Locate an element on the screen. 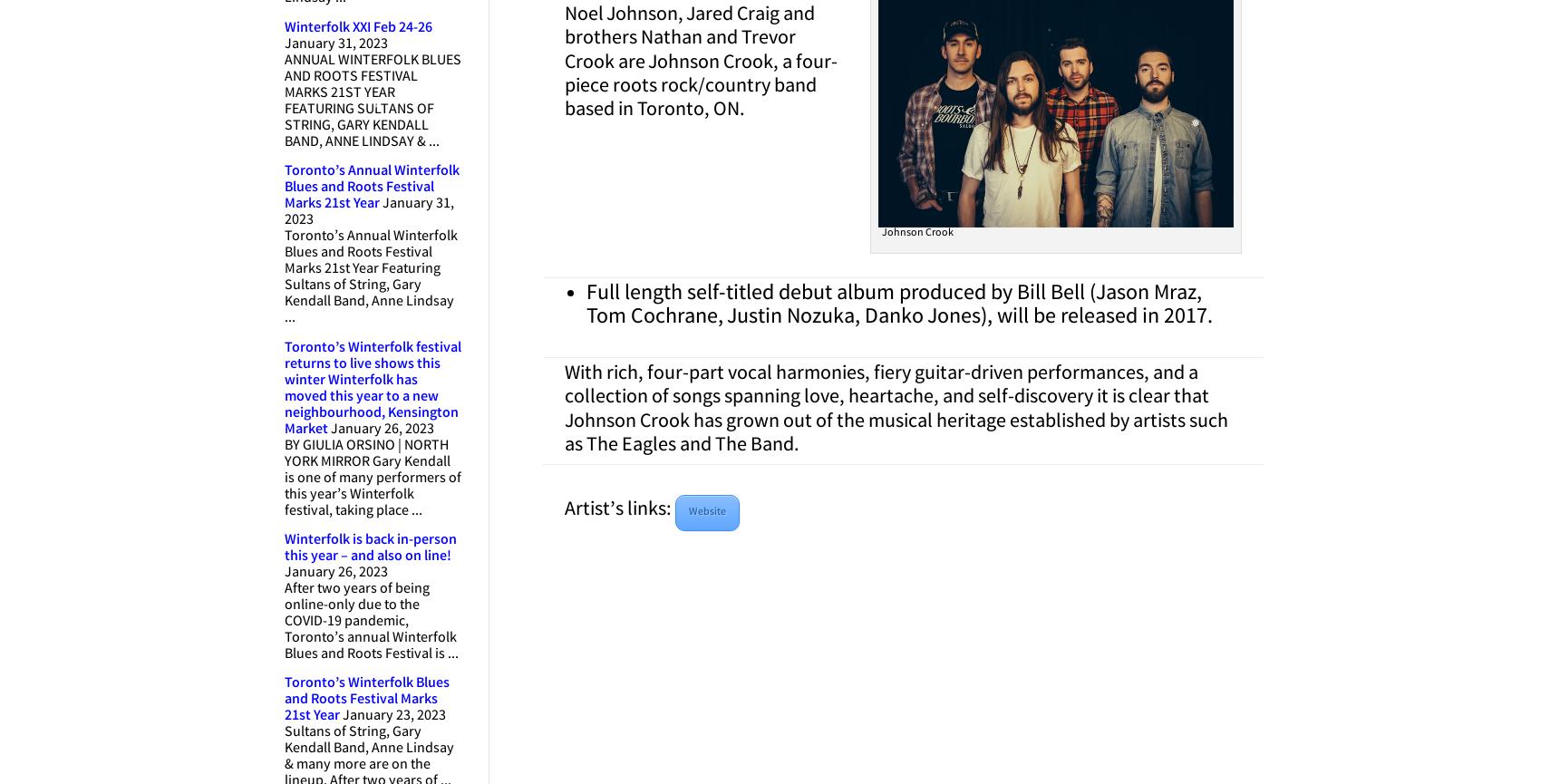  'Website' is located at coordinates (688, 510).